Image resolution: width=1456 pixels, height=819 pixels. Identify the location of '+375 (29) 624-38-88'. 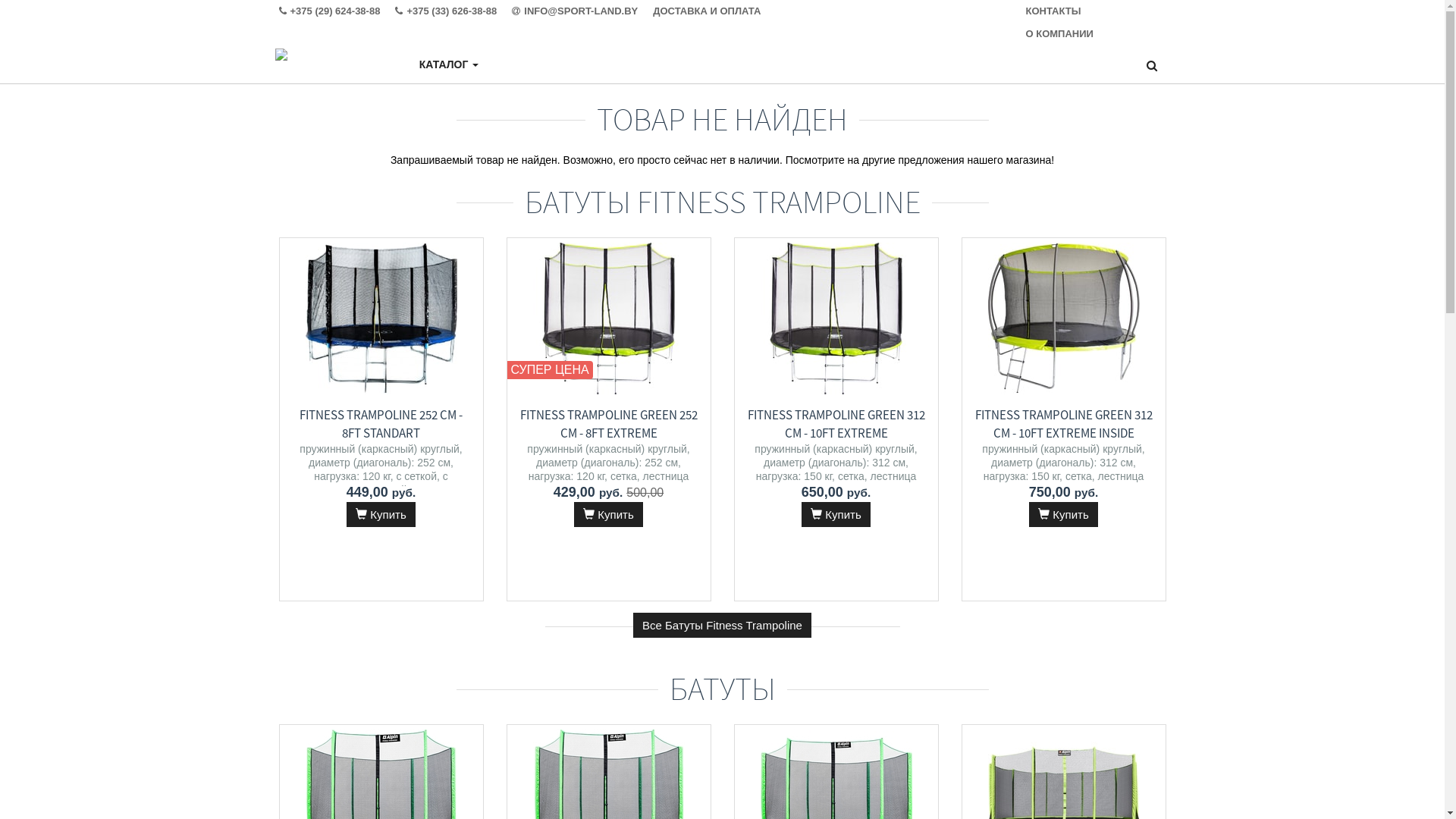
(337, 11).